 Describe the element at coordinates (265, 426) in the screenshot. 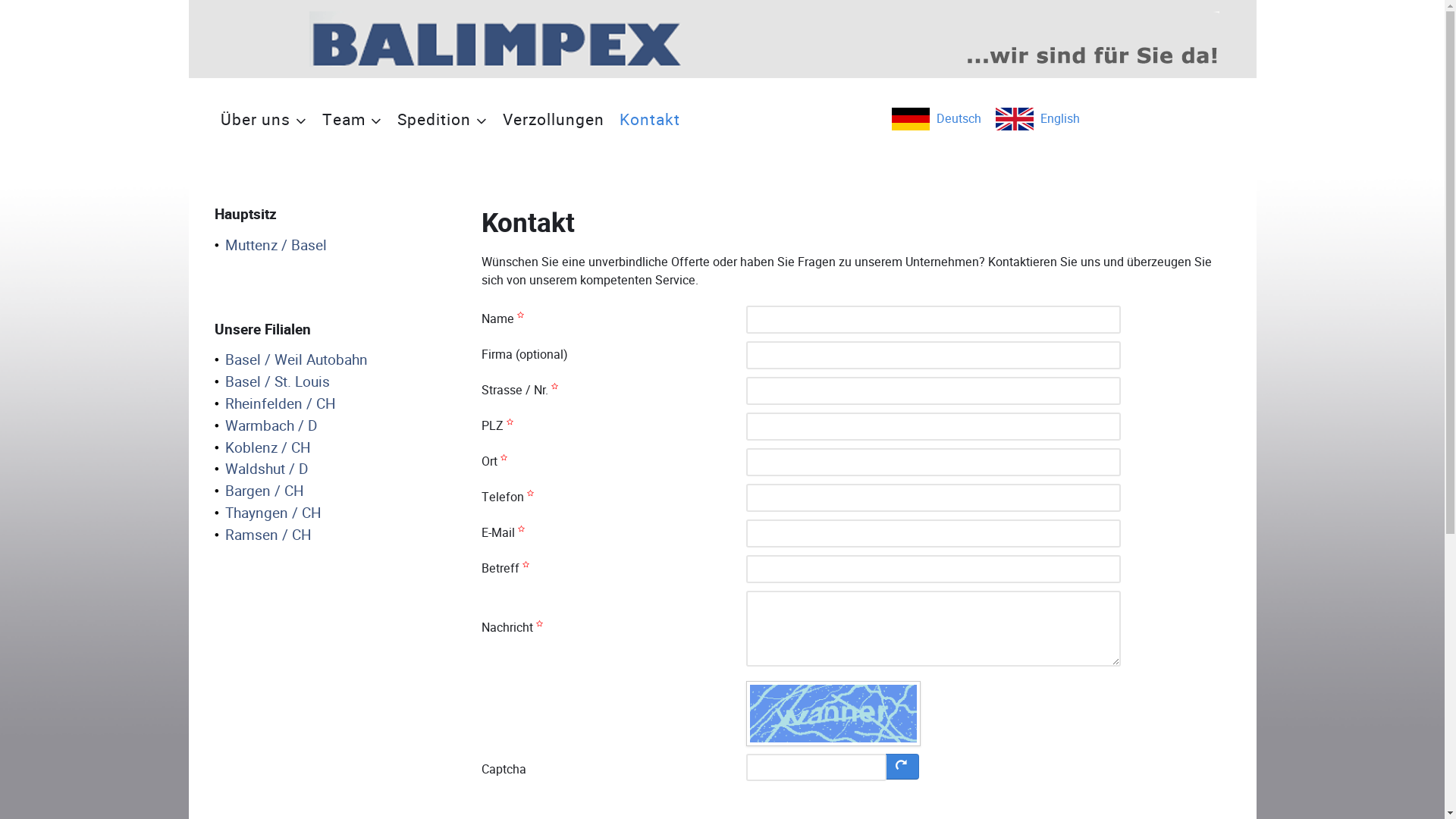

I see `'Warmbach / D'` at that location.